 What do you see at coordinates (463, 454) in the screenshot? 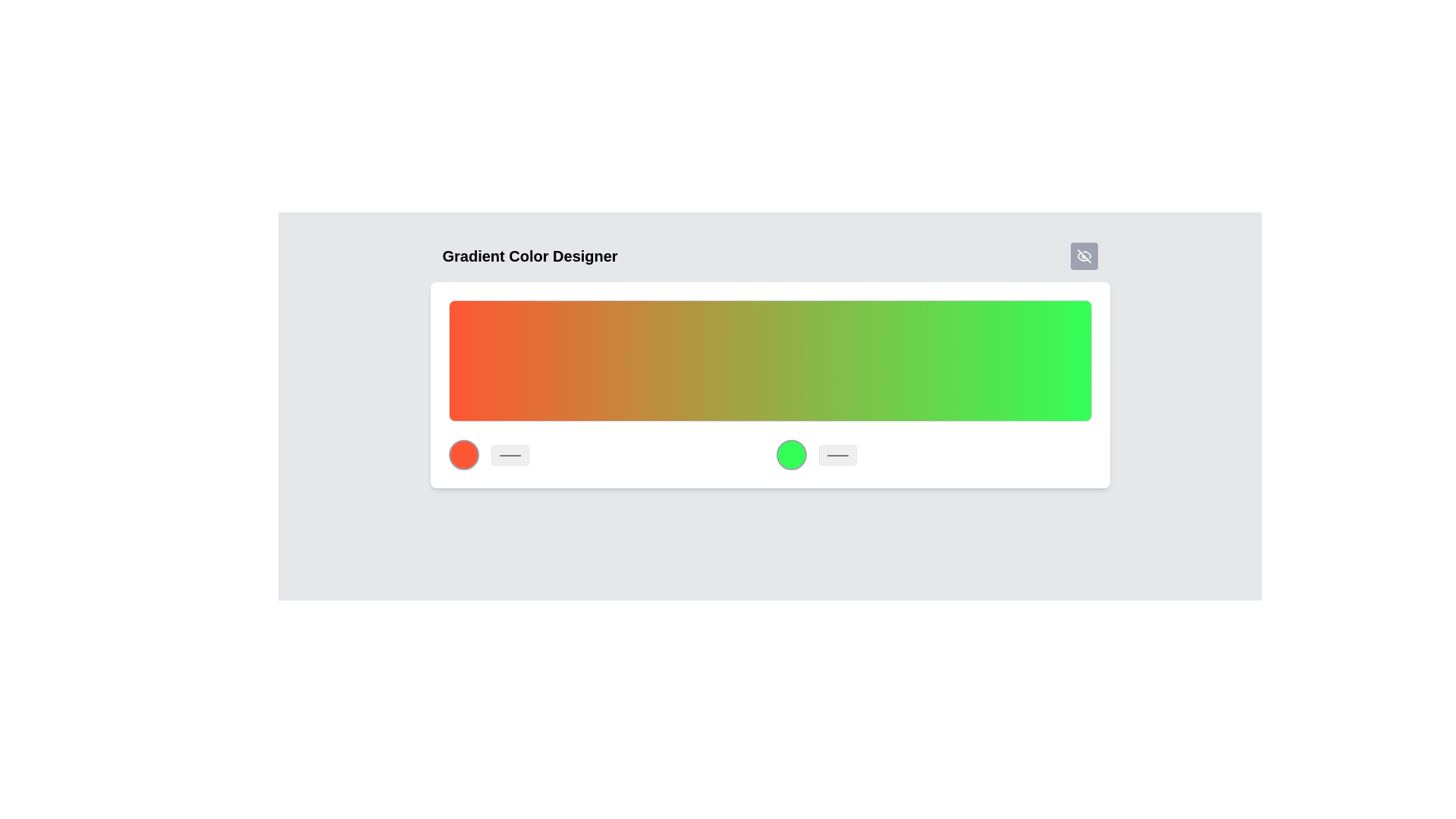
I see `the color indicator element, which visually represents the currently selected color in the gradient color designer application located at the leftmost position of a horizontal layout` at bounding box center [463, 454].